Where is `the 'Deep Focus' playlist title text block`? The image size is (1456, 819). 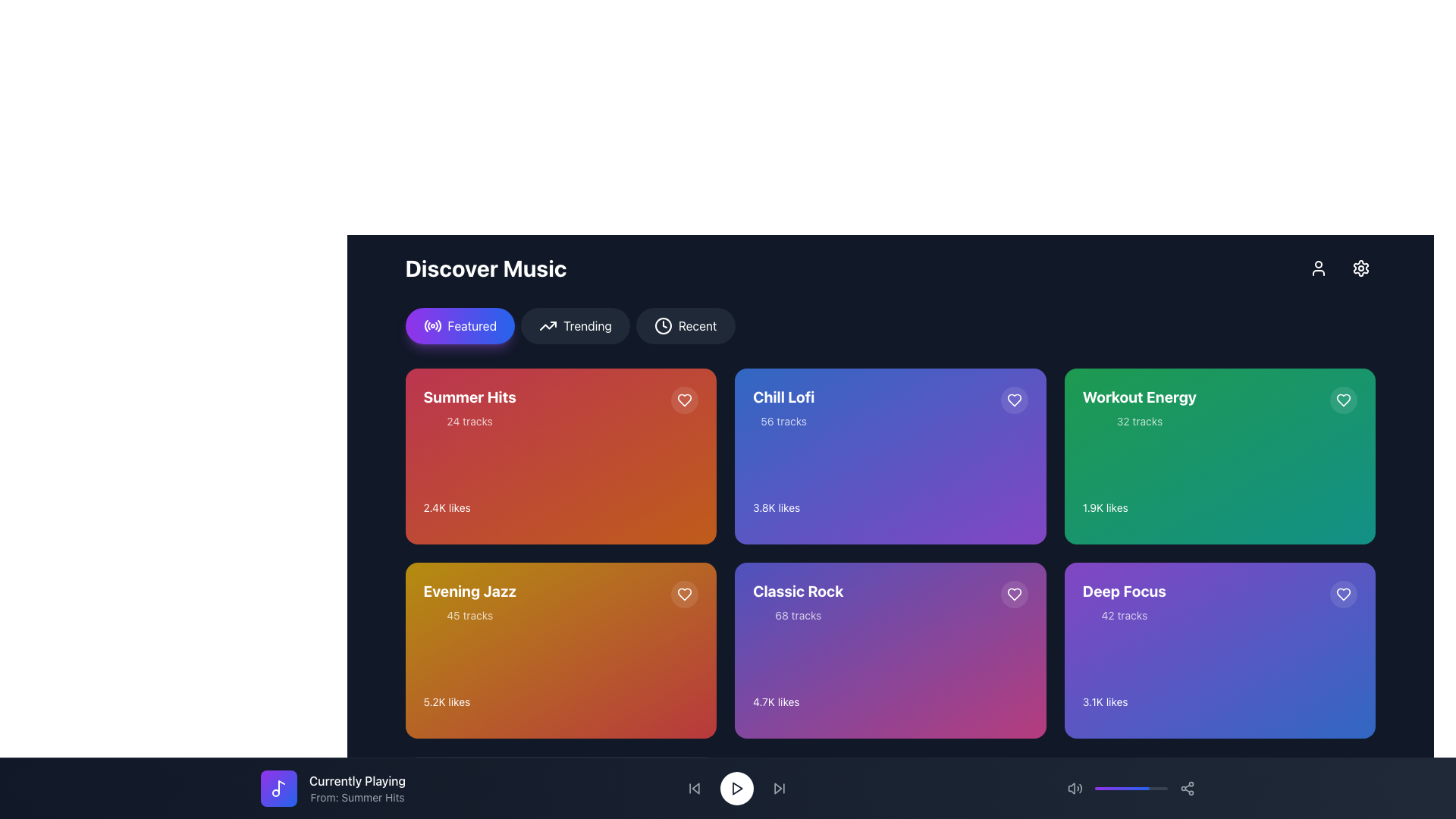 the 'Deep Focus' playlist title text block is located at coordinates (1124, 601).